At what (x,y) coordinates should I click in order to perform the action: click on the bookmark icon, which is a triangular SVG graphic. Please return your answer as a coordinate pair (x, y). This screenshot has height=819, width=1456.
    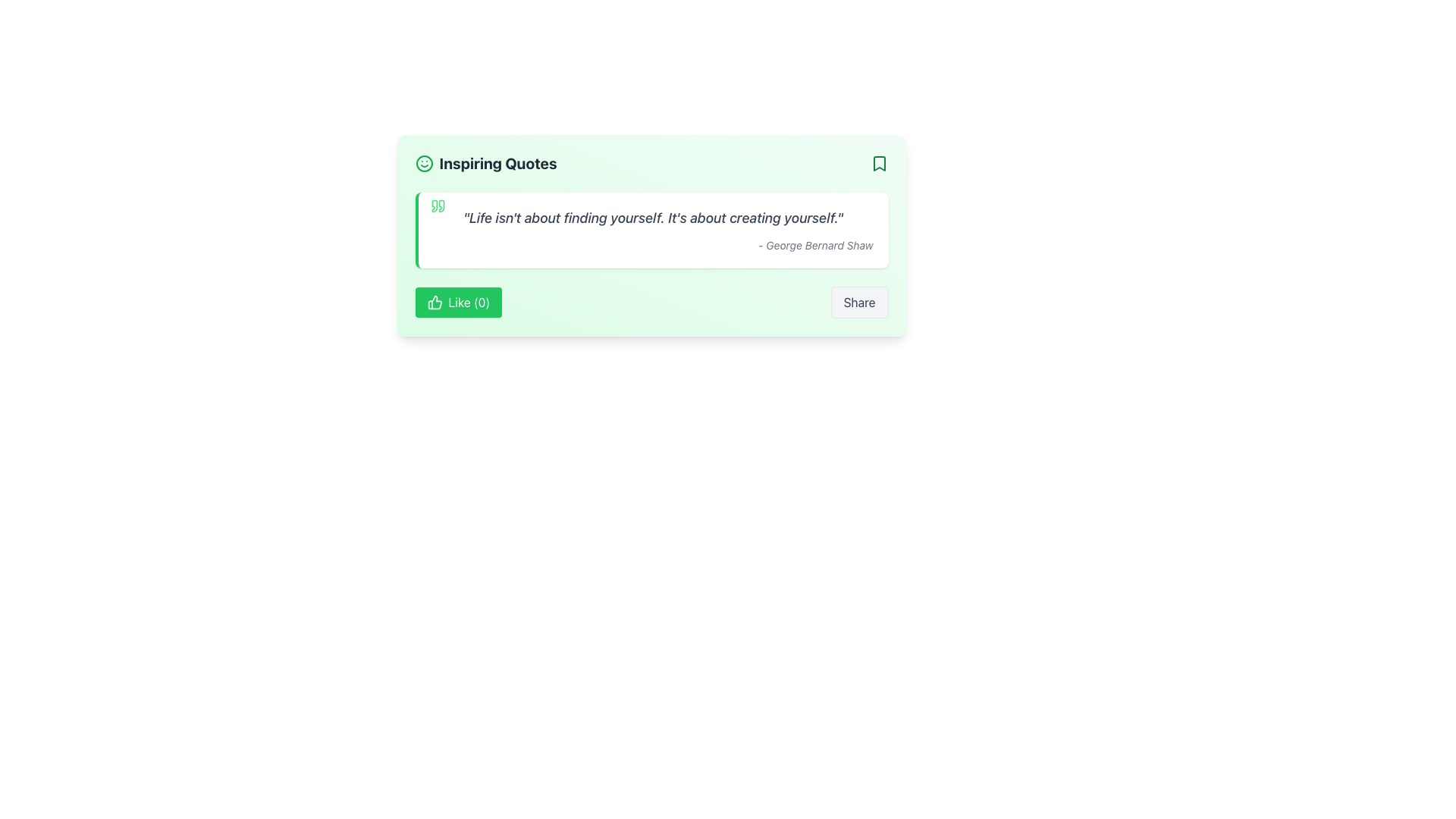
    Looking at the image, I should click on (879, 164).